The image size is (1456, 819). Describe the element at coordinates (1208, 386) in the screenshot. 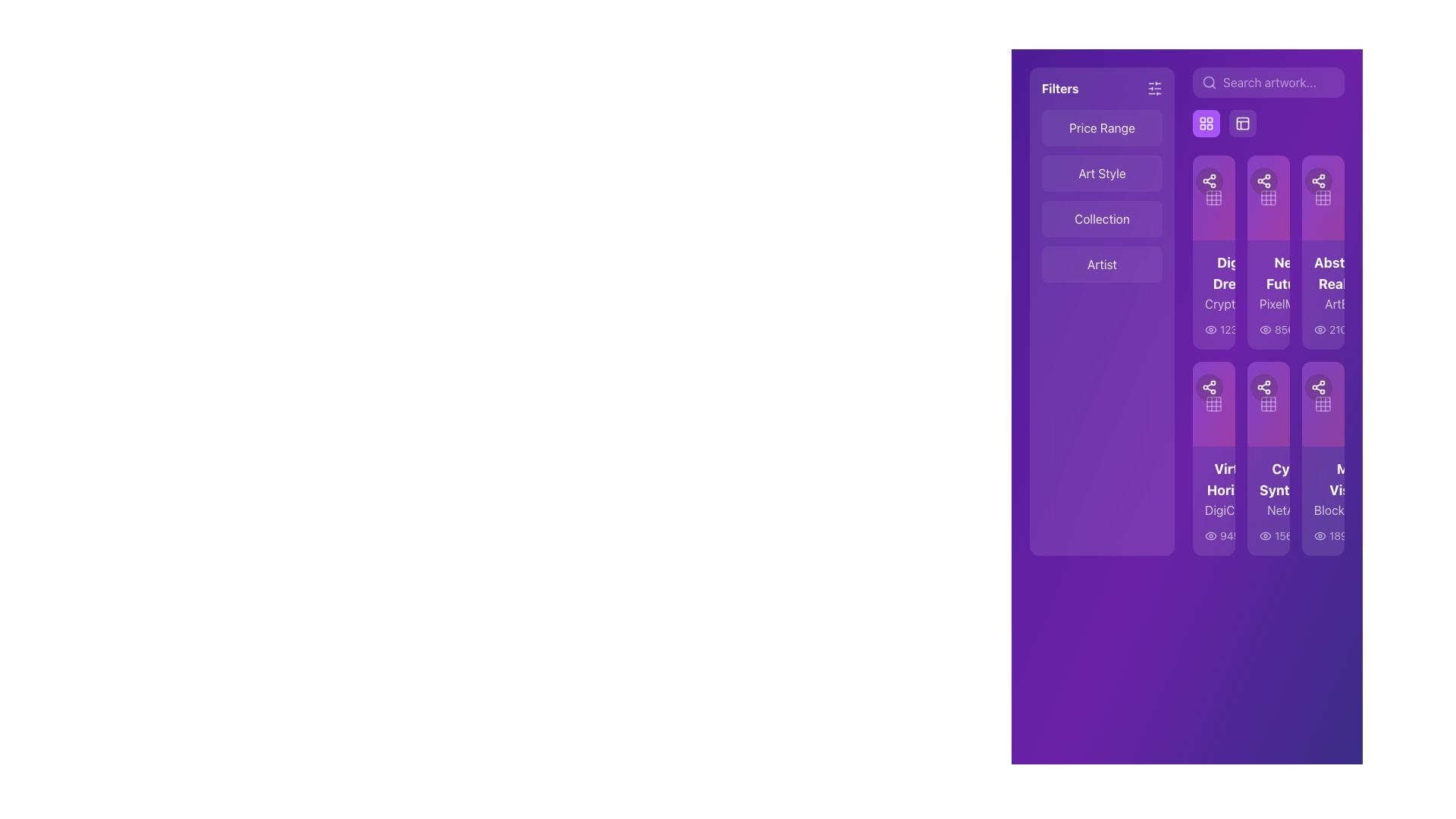

I see `the share icon button, which features a white share symbol on a purple rounded square background, located in the second row, first column of the vertical grid layout` at that location.